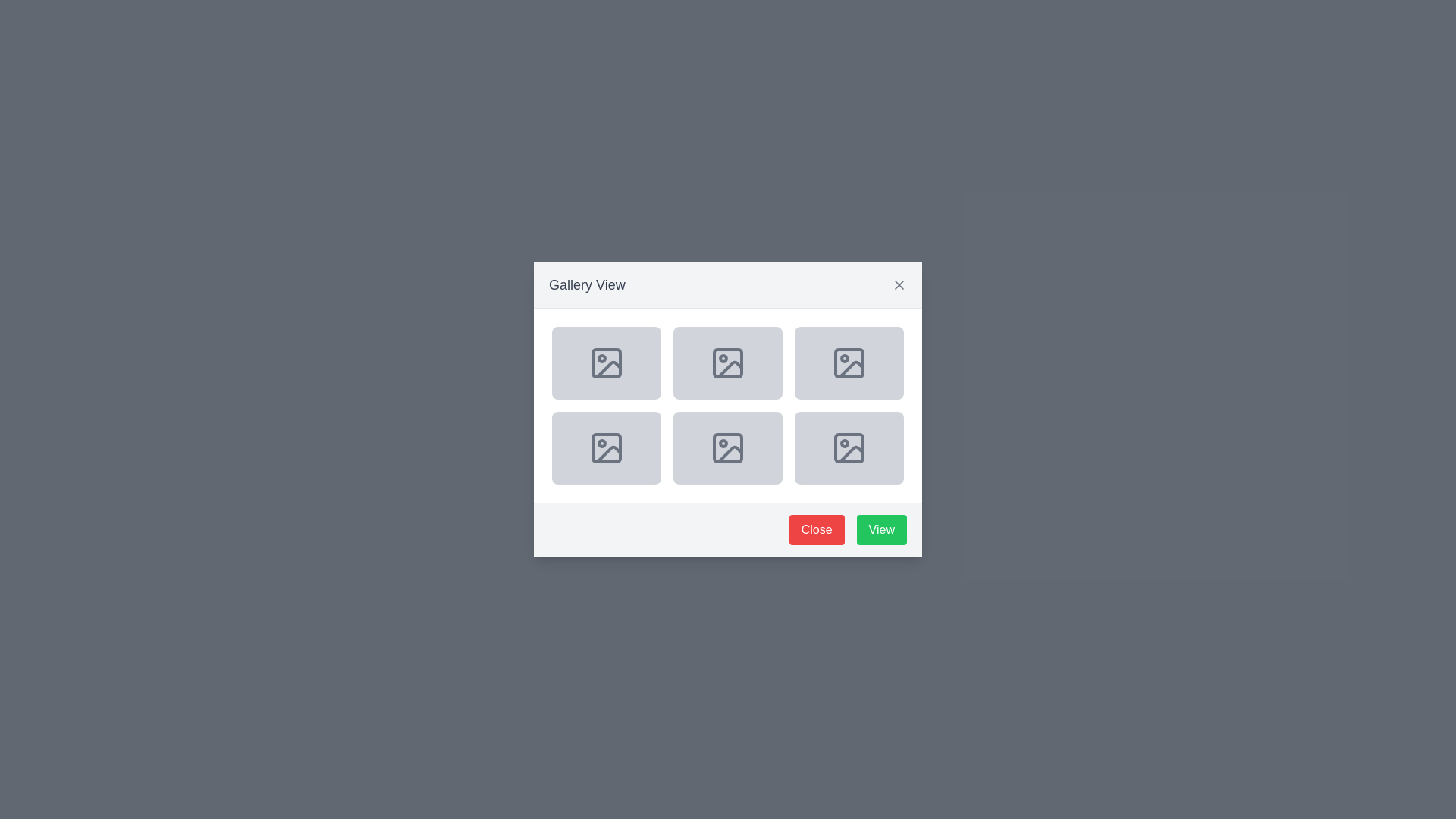 Image resolution: width=1456 pixels, height=819 pixels. What do you see at coordinates (607, 362) in the screenshot?
I see `the icon representing the first image` at bounding box center [607, 362].